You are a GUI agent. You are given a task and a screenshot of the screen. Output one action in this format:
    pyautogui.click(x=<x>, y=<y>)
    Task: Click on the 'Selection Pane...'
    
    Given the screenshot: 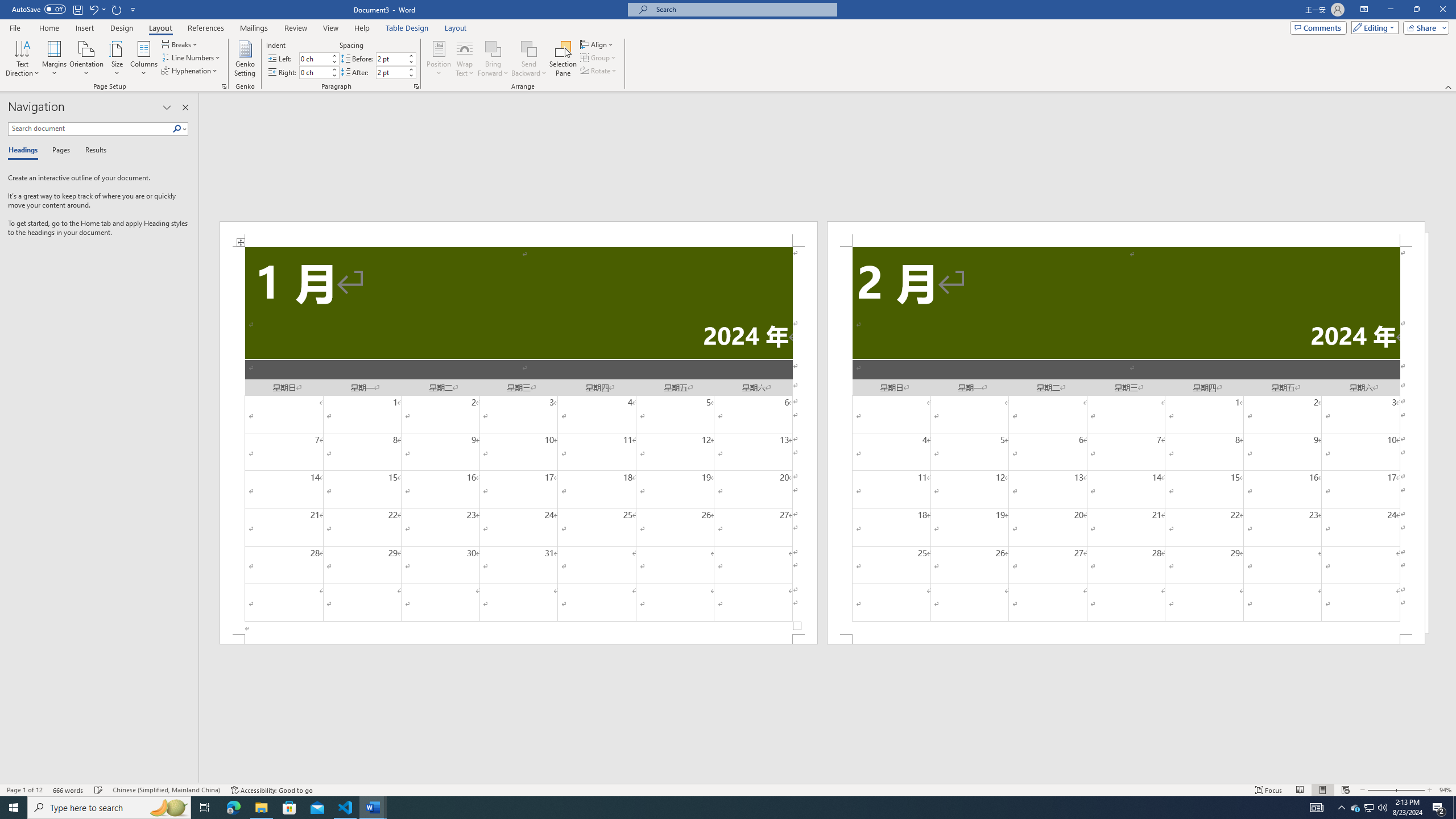 What is the action you would take?
    pyautogui.click(x=563, y=59)
    